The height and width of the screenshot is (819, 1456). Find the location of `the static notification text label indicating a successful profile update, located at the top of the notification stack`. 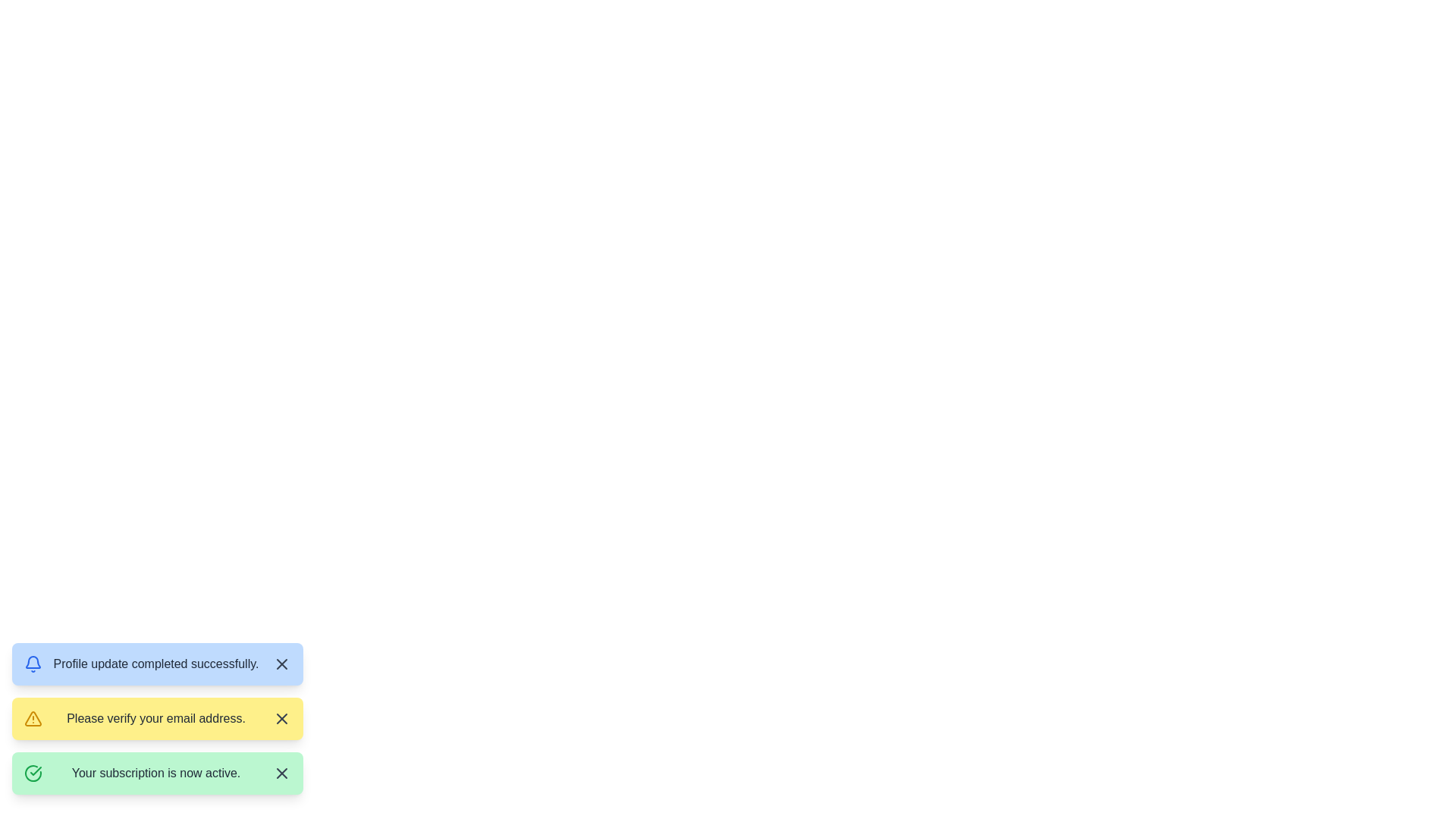

the static notification text label indicating a successful profile update, located at the top of the notification stack is located at coordinates (156, 663).